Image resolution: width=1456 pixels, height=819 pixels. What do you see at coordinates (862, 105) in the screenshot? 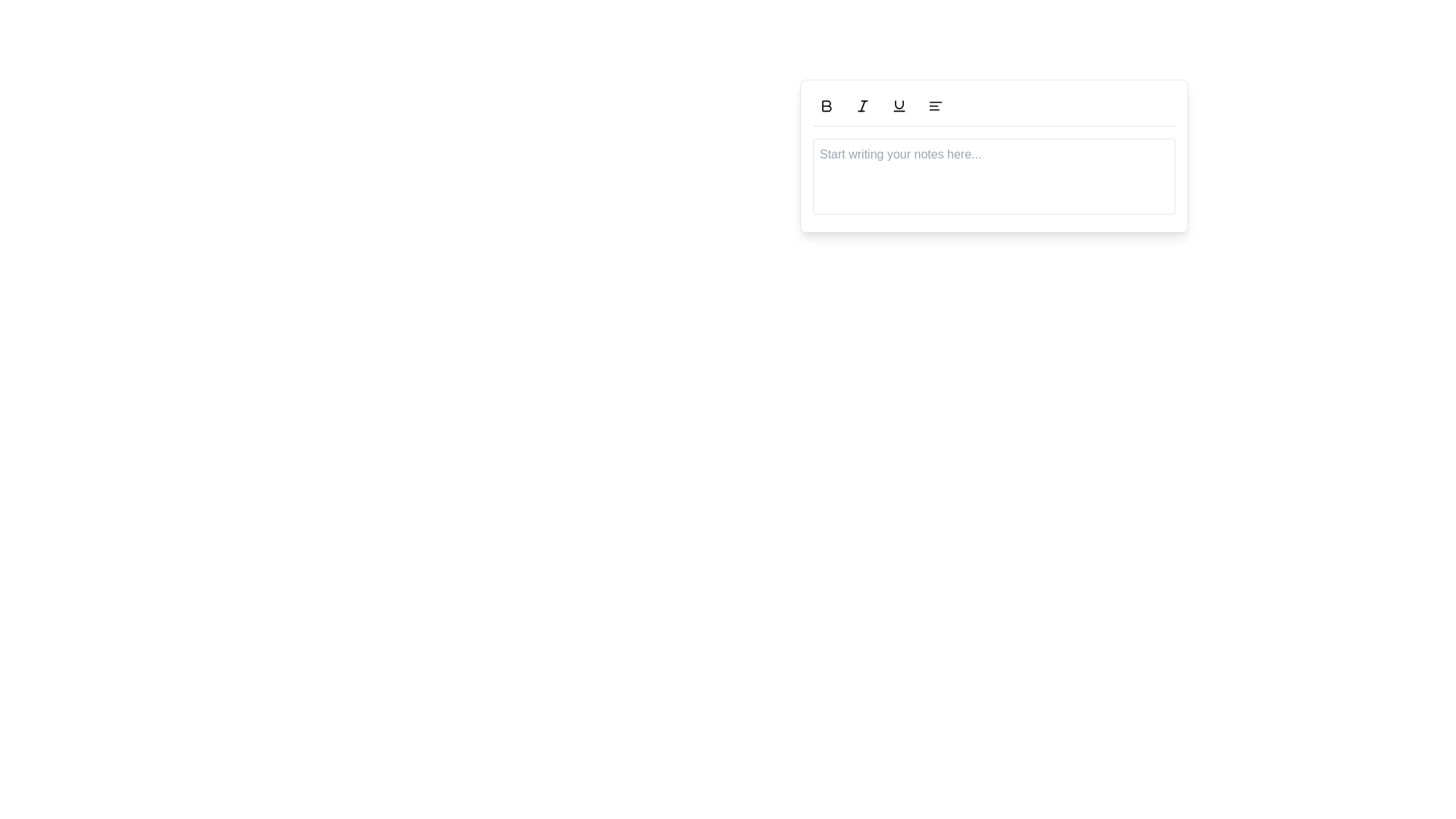
I see `the italic formatting button, which is the second button in the row of text formatting options` at bounding box center [862, 105].